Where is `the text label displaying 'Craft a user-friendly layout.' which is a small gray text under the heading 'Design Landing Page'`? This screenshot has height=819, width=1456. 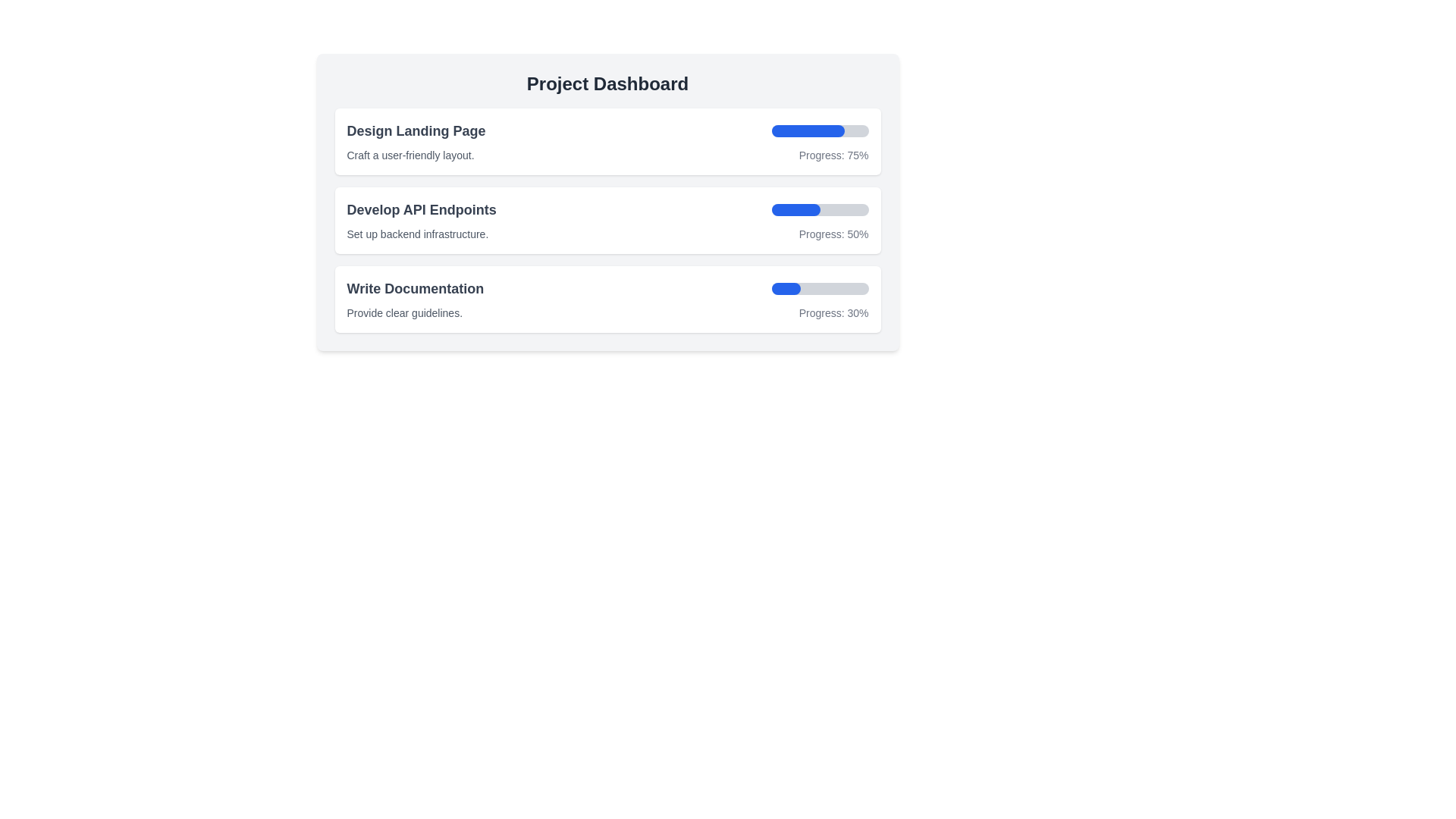
the text label displaying 'Craft a user-friendly layout.' which is a small gray text under the heading 'Design Landing Page' is located at coordinates (410, 155).